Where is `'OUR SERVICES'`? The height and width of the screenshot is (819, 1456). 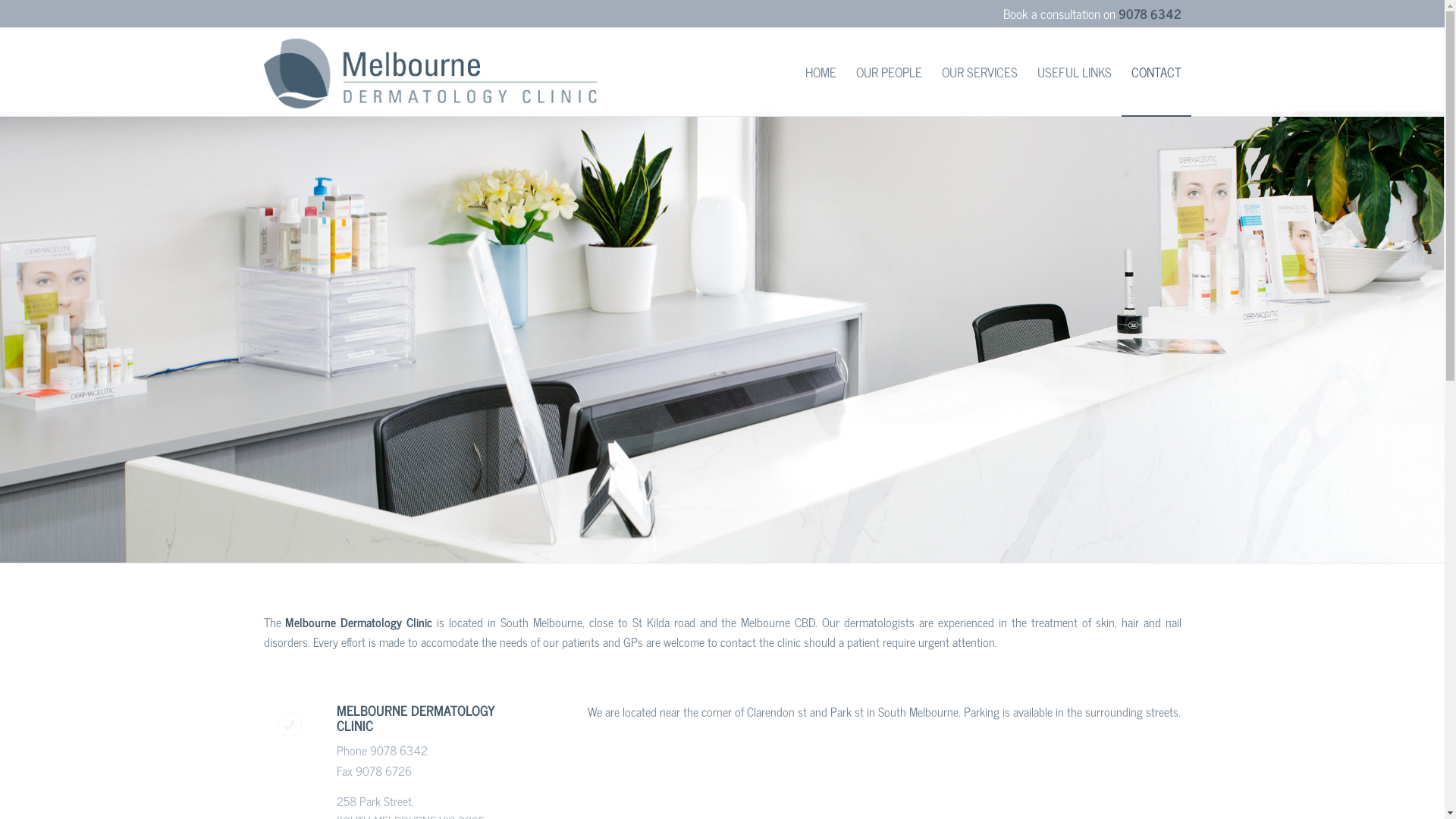 'OUR SERVICES' is located at coordinates (930, 72).